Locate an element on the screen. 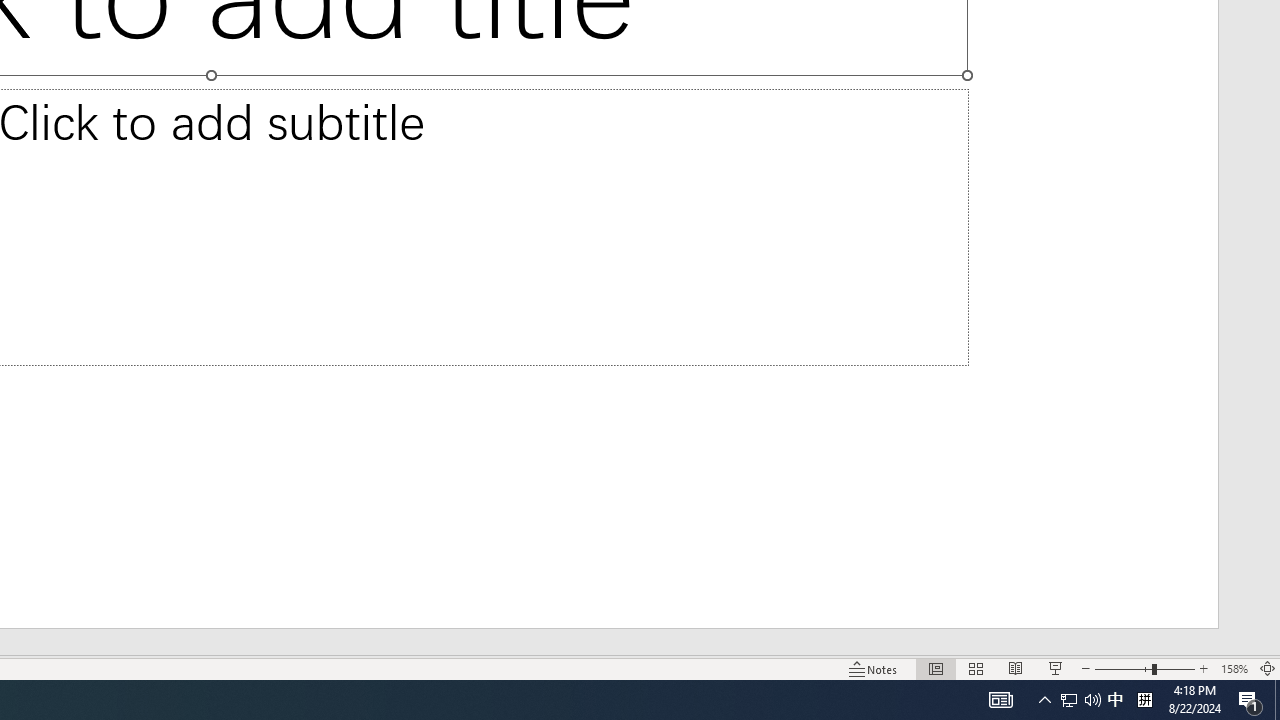  'Zoom 158%' is located at coordinates (1233, 669).